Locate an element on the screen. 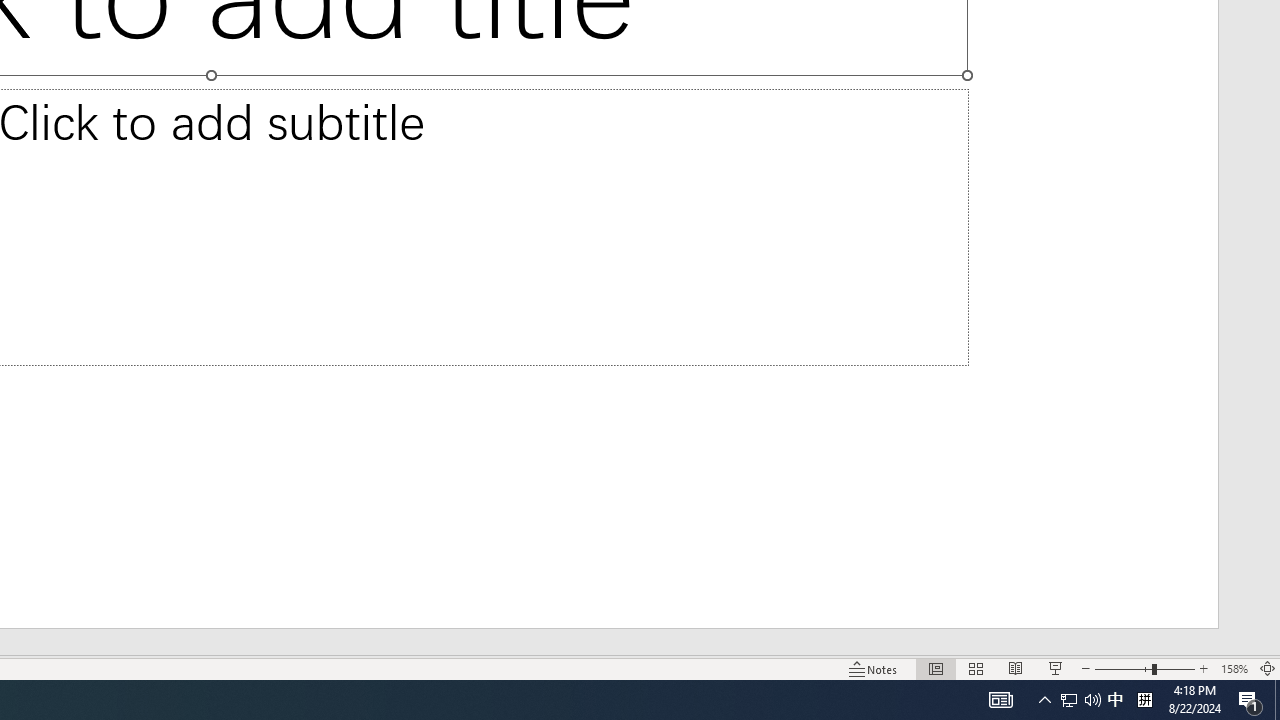  'Zoom 158%' is located at coordinates (1233, 669).